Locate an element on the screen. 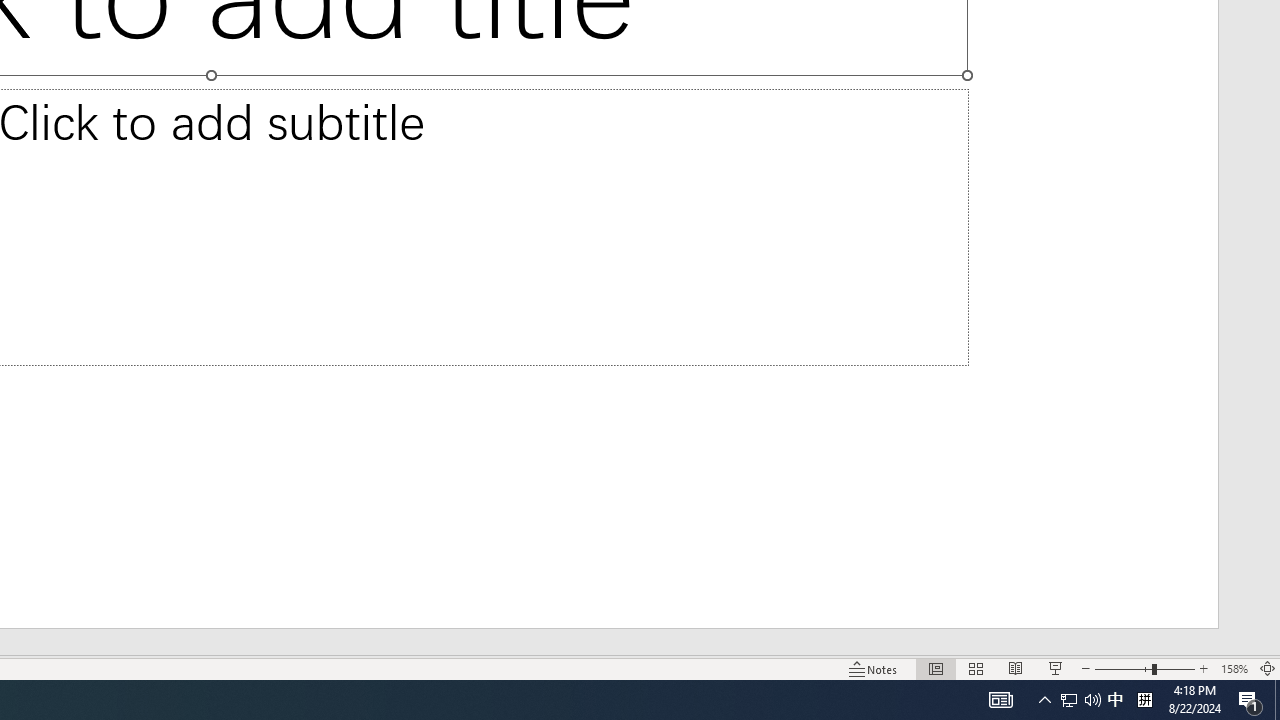  'Zoom 158%' is located at coordinates (1233, 669).